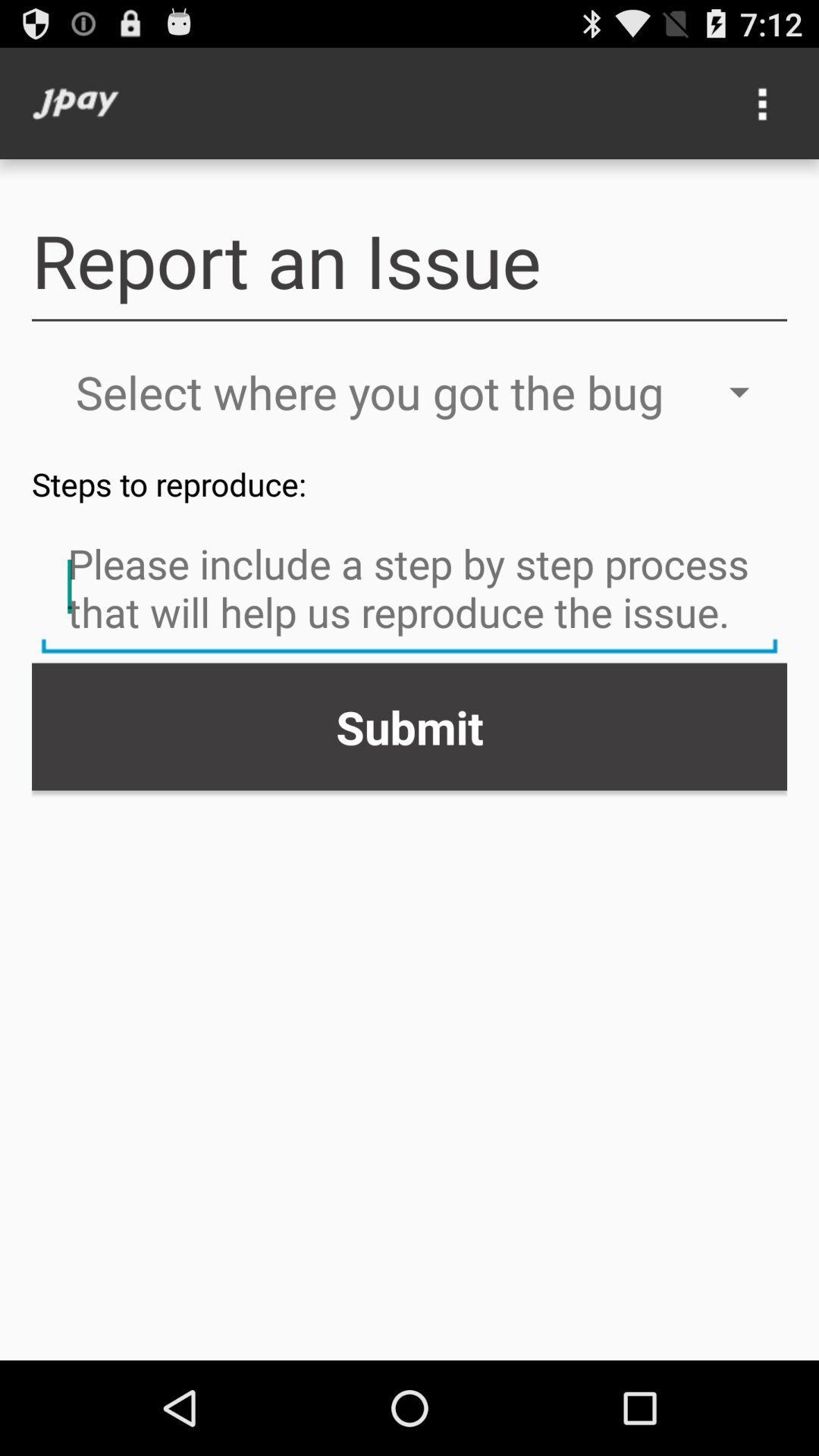 The height and width of the screenshot is (1456, 819). What do you see at coordinates (763, 102) in the screenshot?
I see `option botton` at bounding box center [763, 102].